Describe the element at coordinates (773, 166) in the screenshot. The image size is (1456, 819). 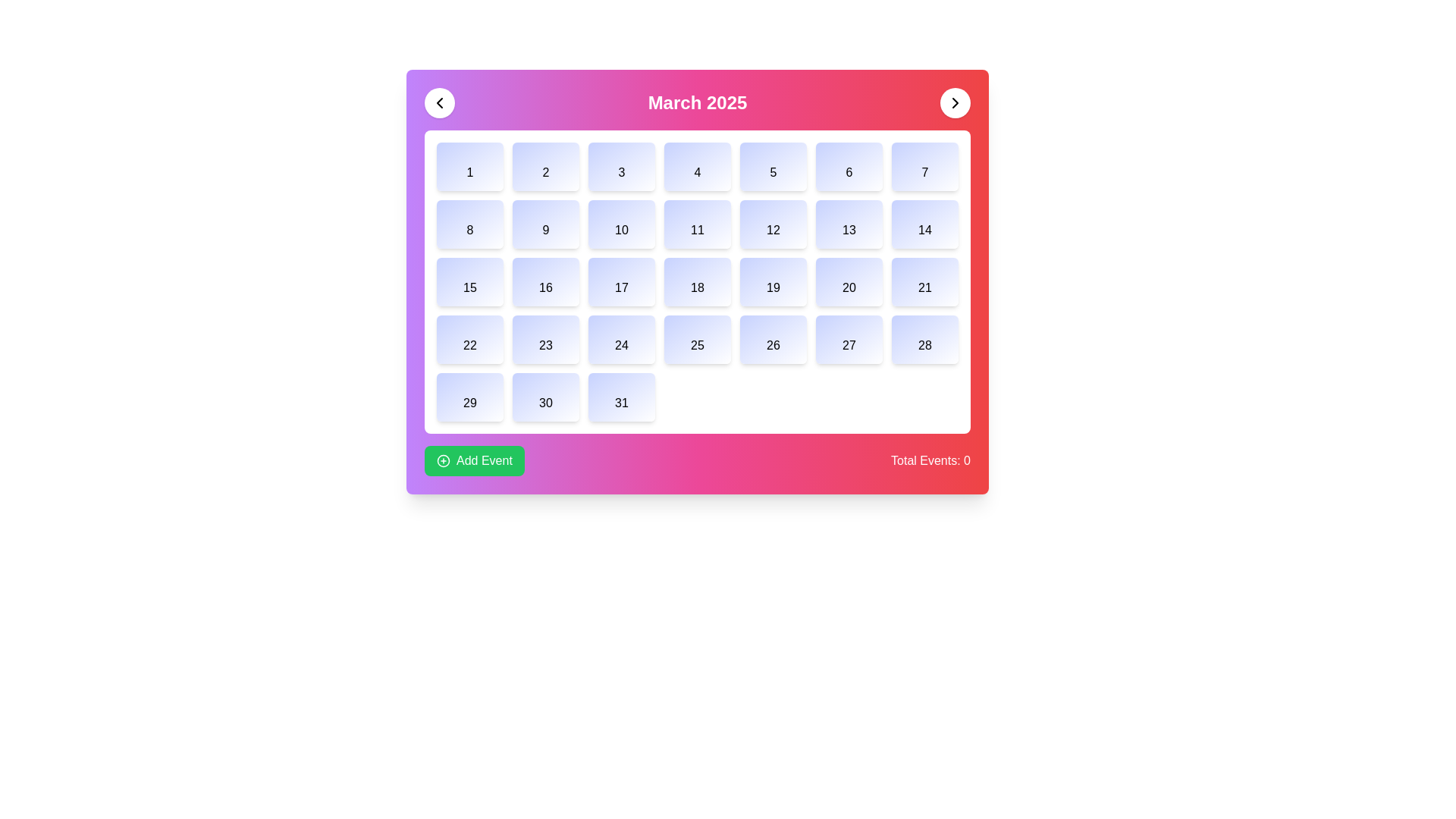
I see `the button representing the 5th day of the calendar month` at that location.